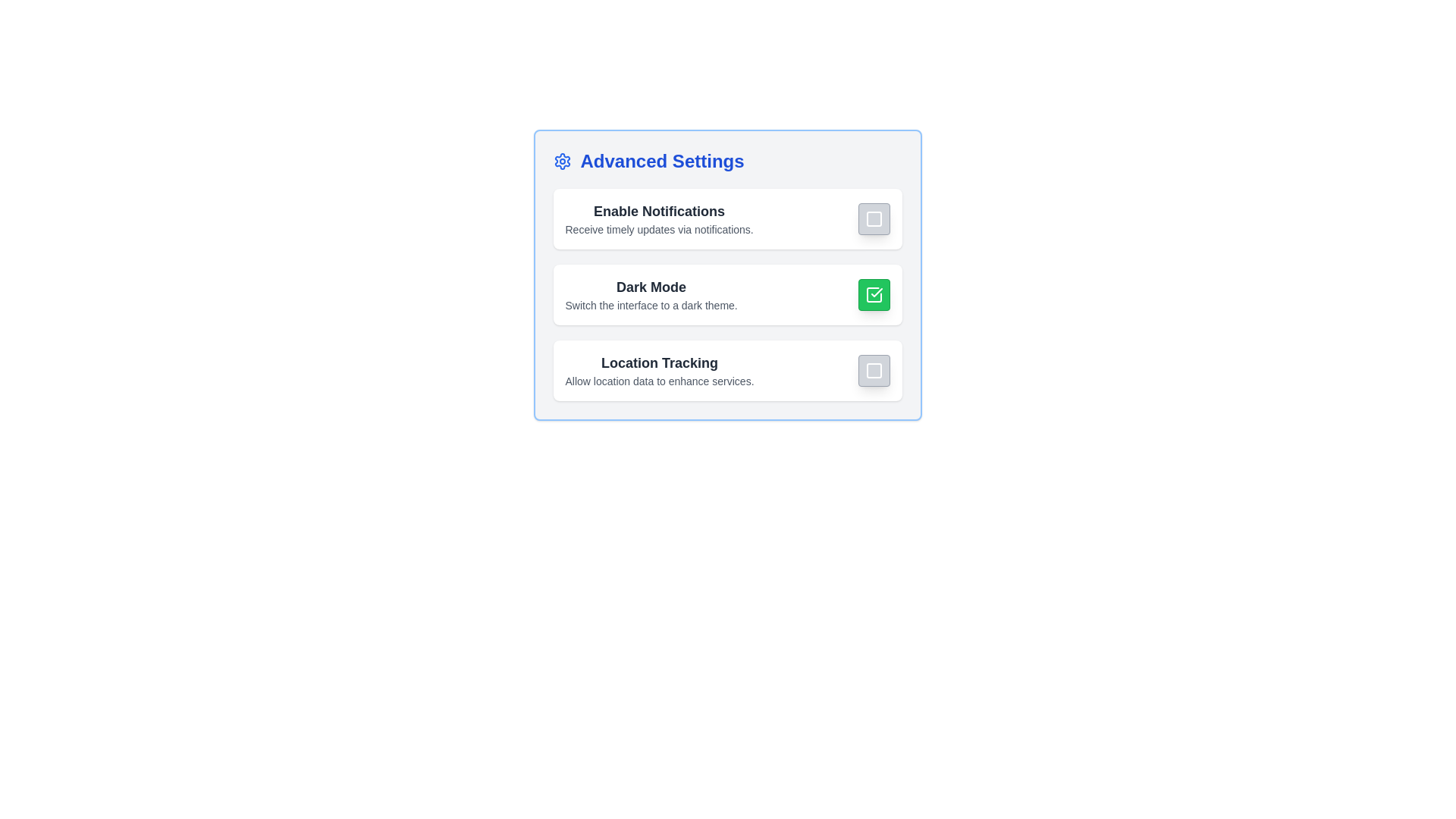 The width and height of the screenshot is (1456, 819). What do you see at coordinates (726, 275) in the screenshot?
I see `the green checkbox in the 'Dark Mode' subsection of the 'Advanced Settings' panel` at bounding box center [726, 275].